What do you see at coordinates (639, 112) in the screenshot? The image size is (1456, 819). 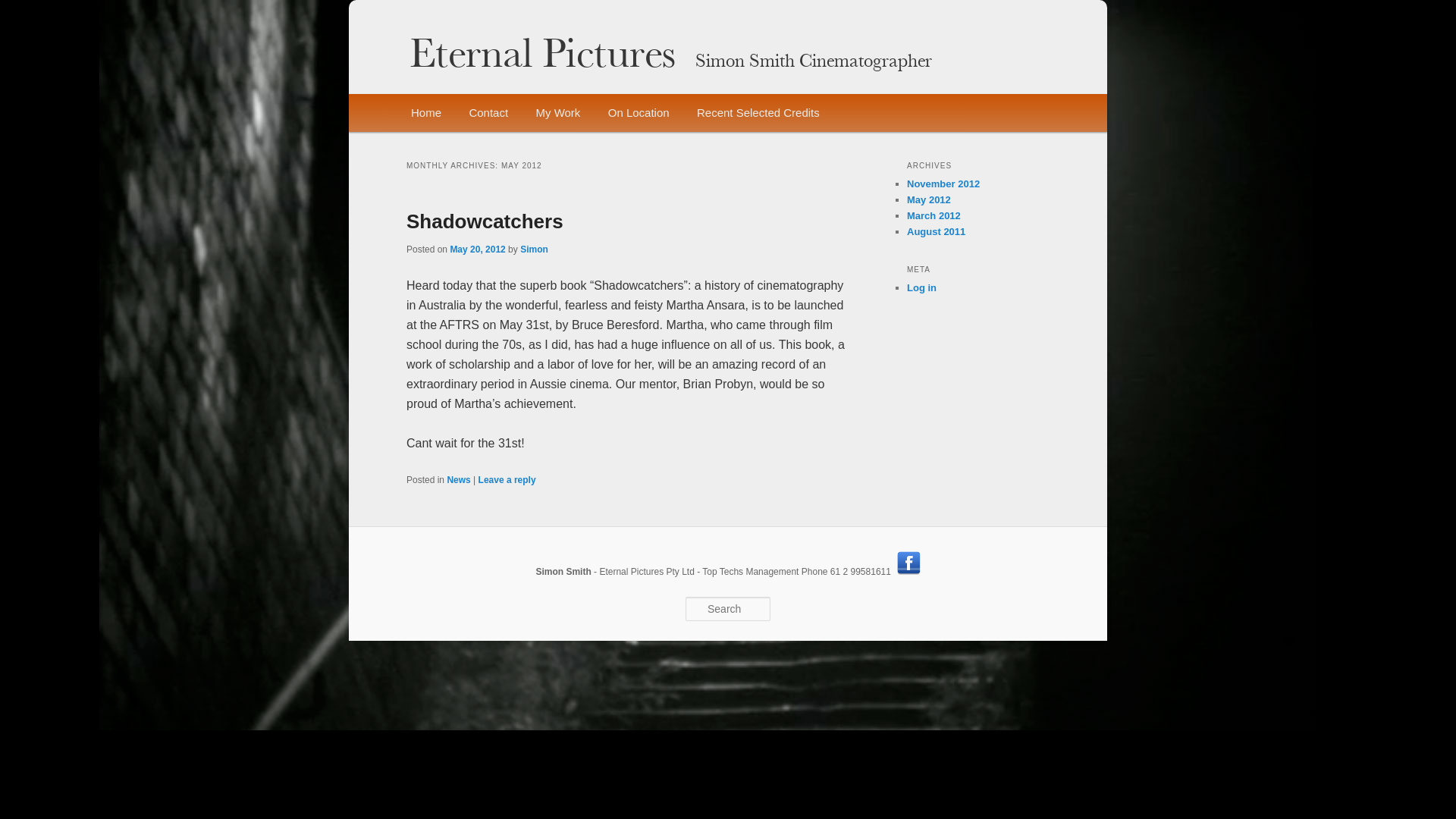 I see `'On Location'` at bounding box center [639, 112].